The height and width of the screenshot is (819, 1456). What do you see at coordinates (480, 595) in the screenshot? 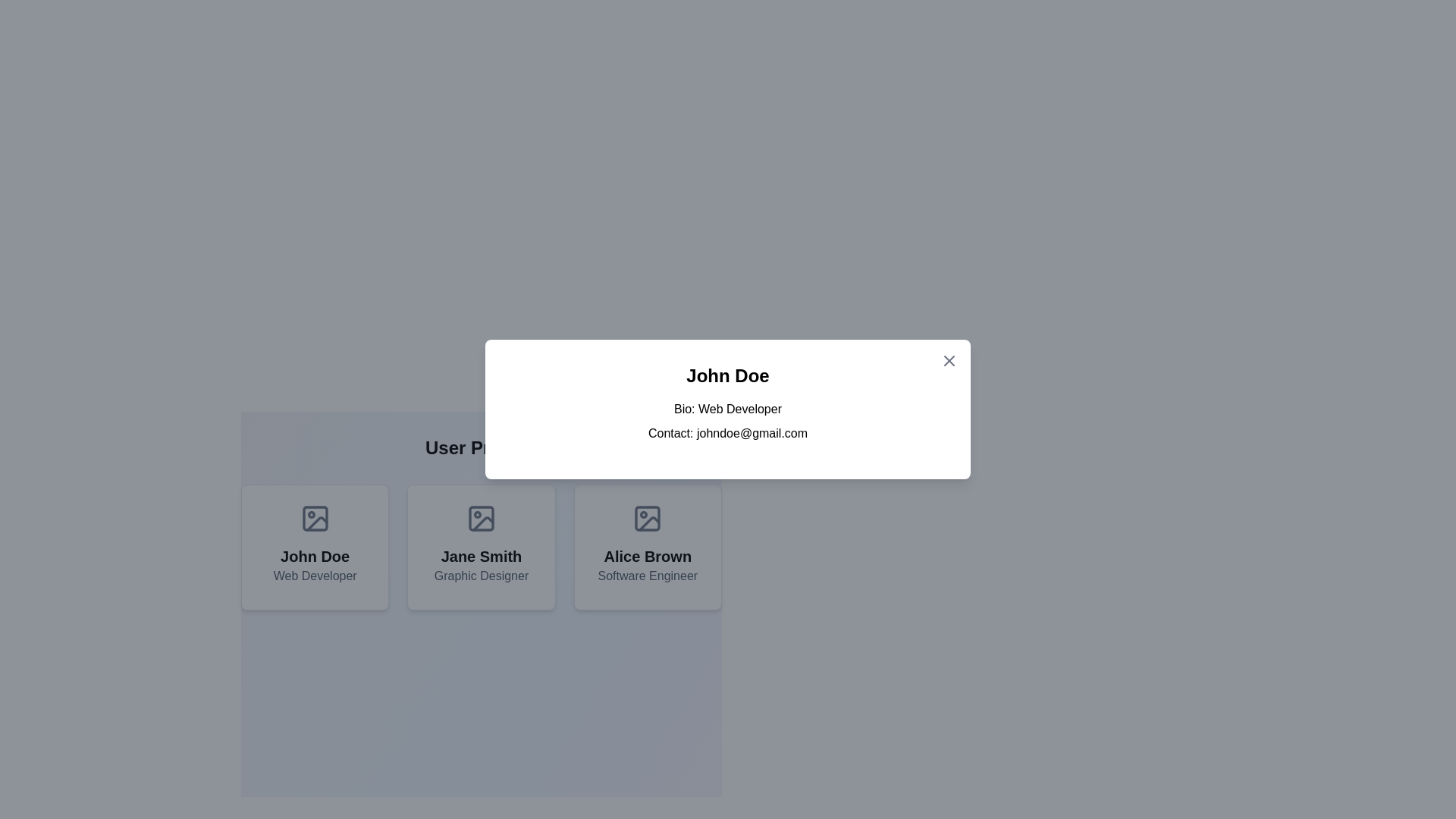
I see `the profile card for 'Jane Smith' which features her name in bold at the top and the job title 'Graphic Designer' below it` at bounding box center [480, 595].